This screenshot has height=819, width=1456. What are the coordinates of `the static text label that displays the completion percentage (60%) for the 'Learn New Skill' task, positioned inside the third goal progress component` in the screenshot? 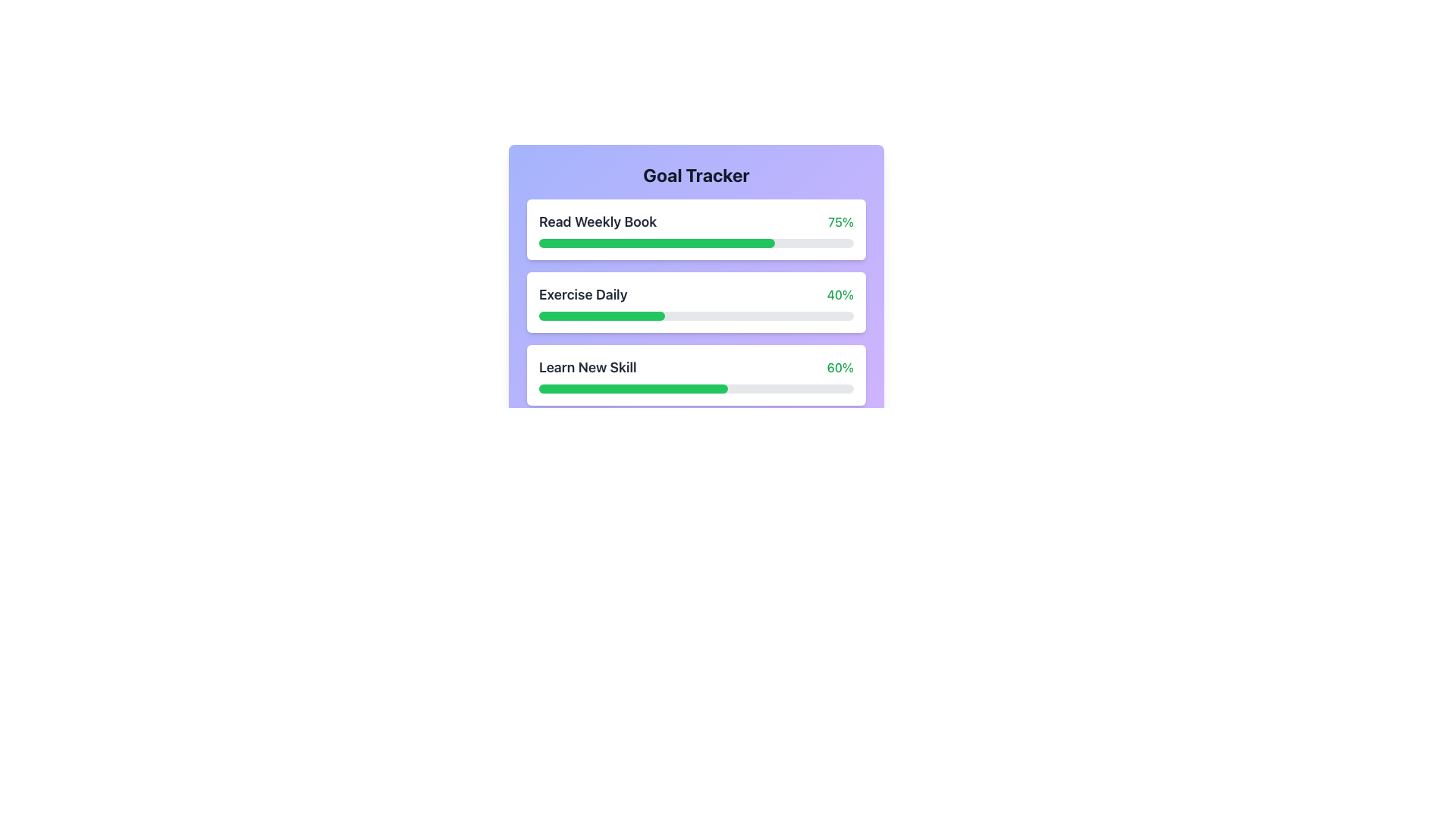 It's located at (839, 368).